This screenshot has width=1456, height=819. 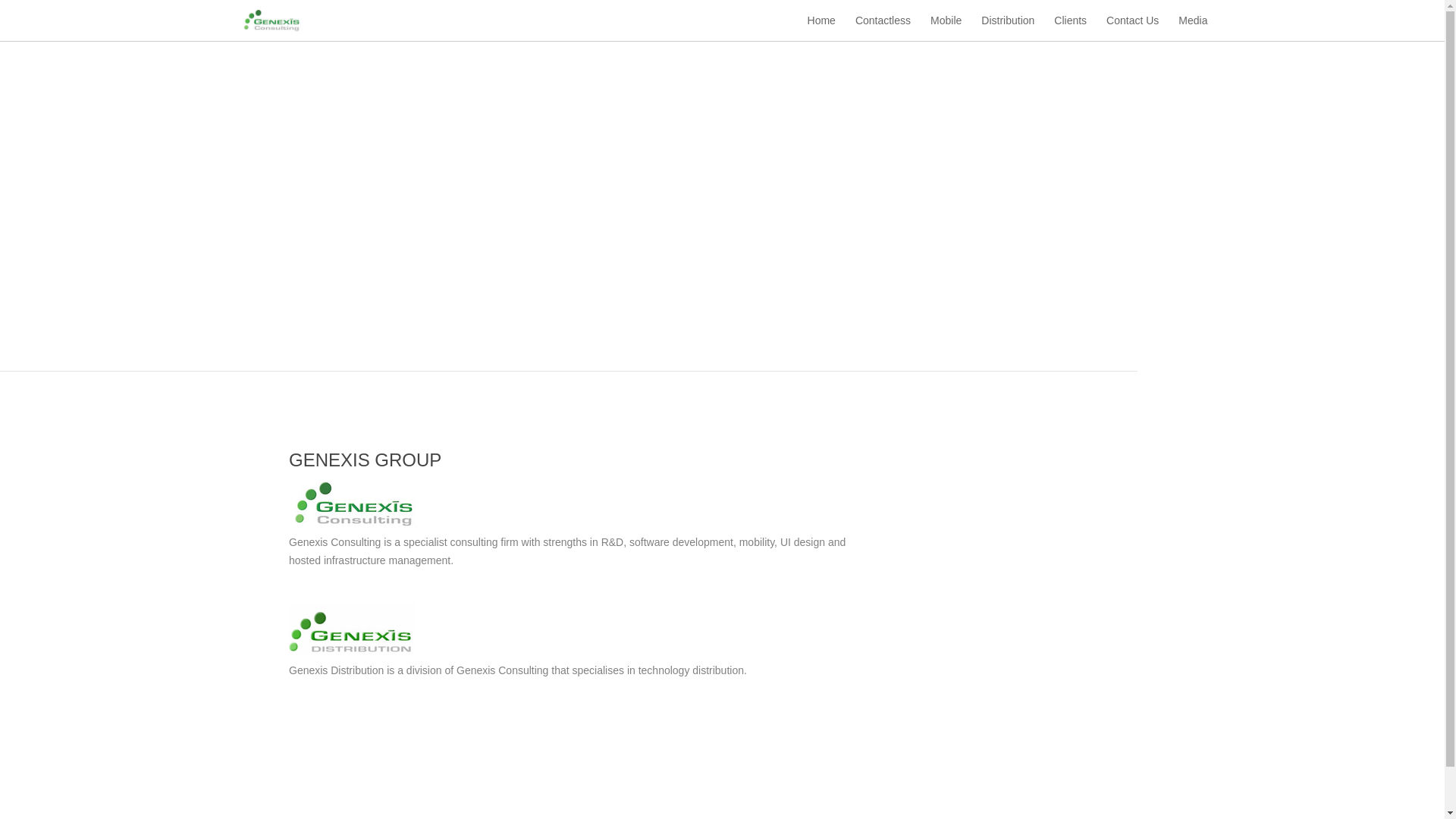 I want to click on 'Distribution', so click(x=1008, y=28).